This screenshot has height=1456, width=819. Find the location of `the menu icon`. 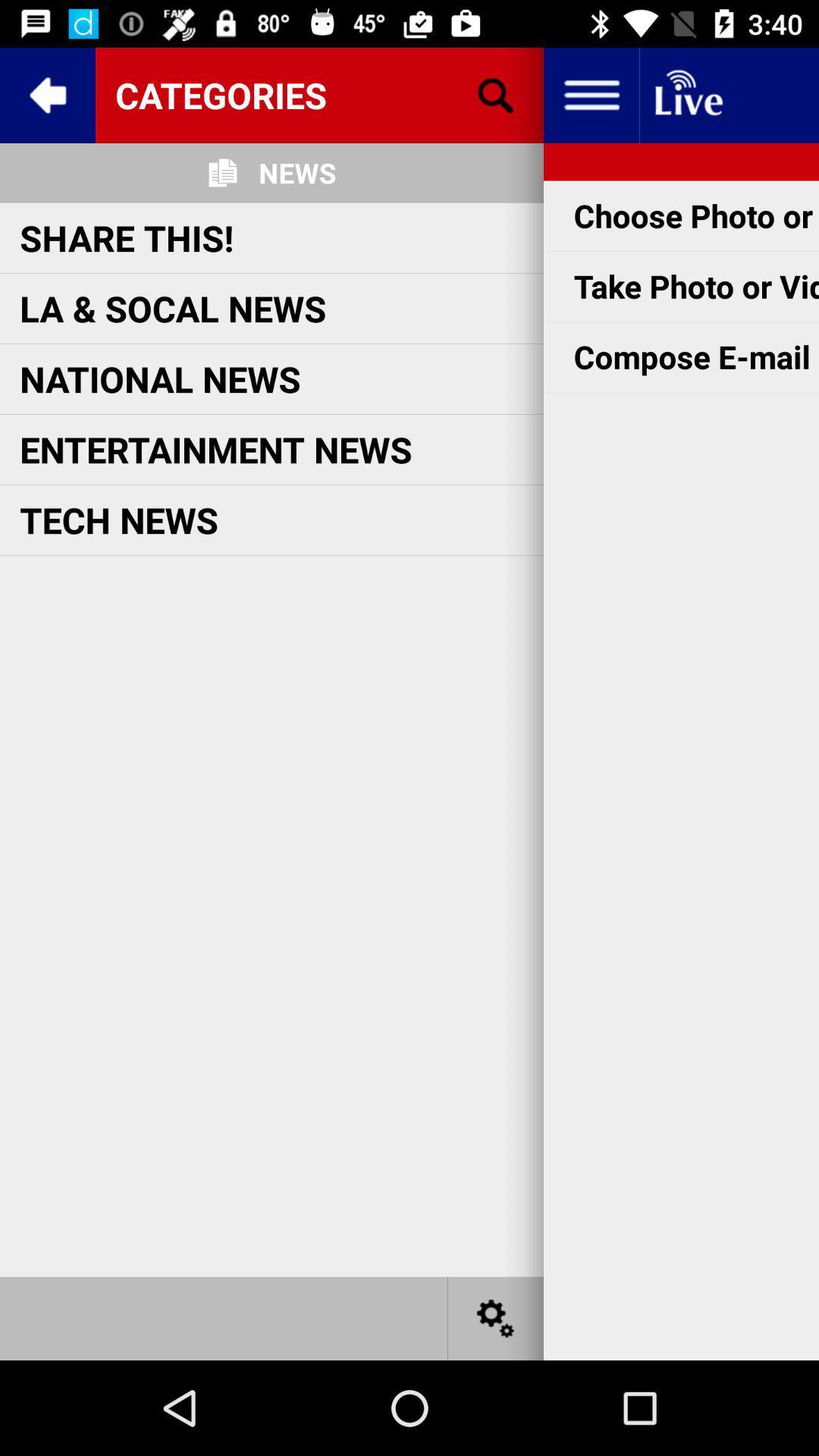

the menu icon is located at coordinates (590, 94).